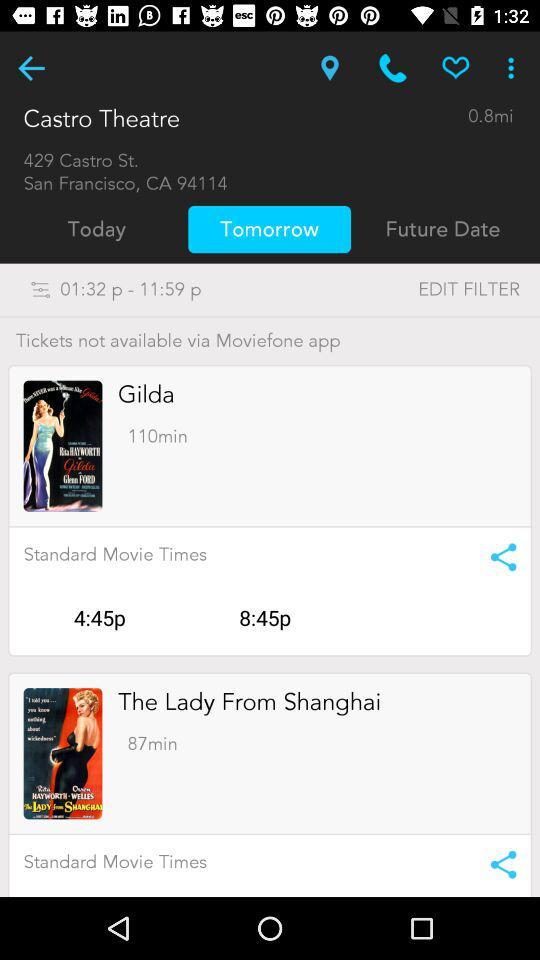 This screenshot has width=540, height=960. Describe the element at coordinates (427, 288) in the screenshot. I see `the icon to the right of 01 32 p icon` at that location.